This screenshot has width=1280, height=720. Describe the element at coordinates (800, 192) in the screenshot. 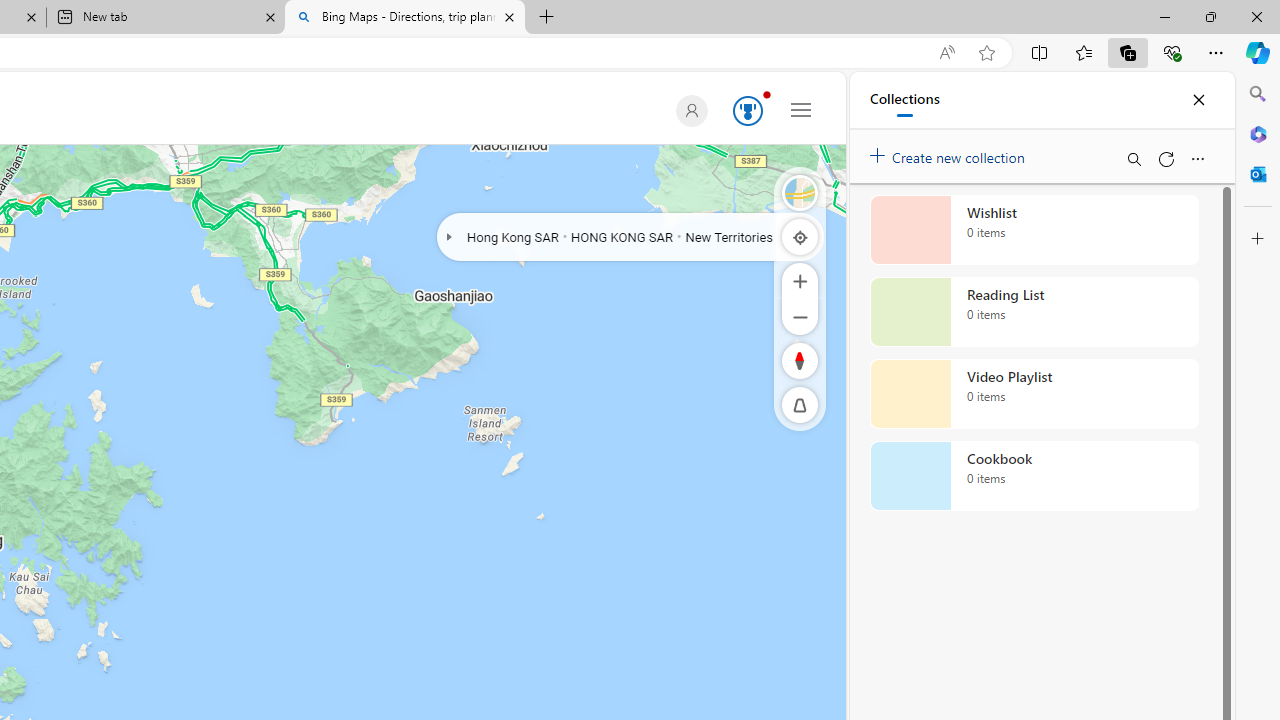

I see `'Streetside'` at that location.